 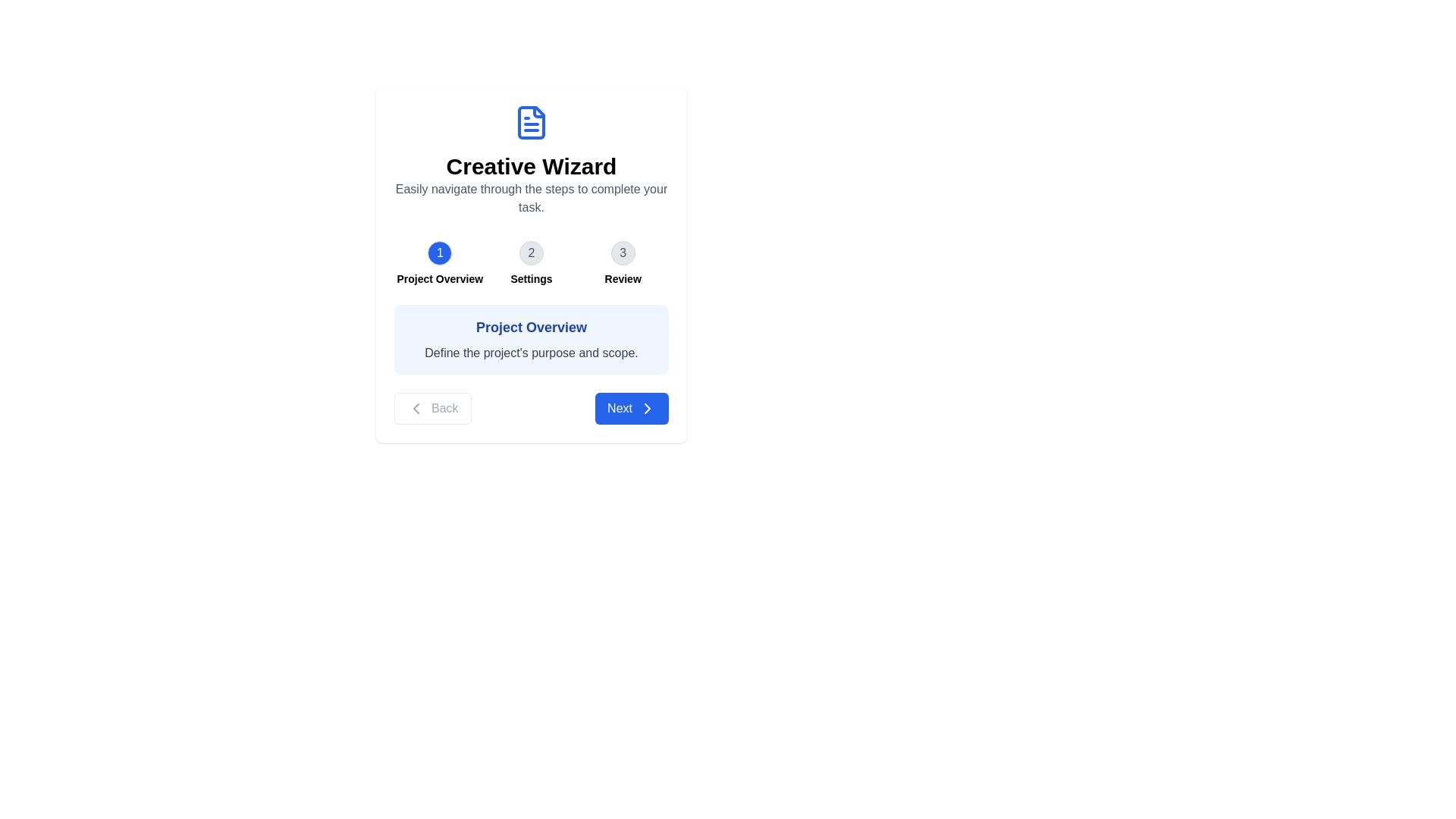 What do you see at coordinates (439, 278) in the screenshot?
I see `the label indicating the title or description of the first step in the multi-step process, which is centrally located below the circular icon labeled '1'` at bounding box center [439, 278].